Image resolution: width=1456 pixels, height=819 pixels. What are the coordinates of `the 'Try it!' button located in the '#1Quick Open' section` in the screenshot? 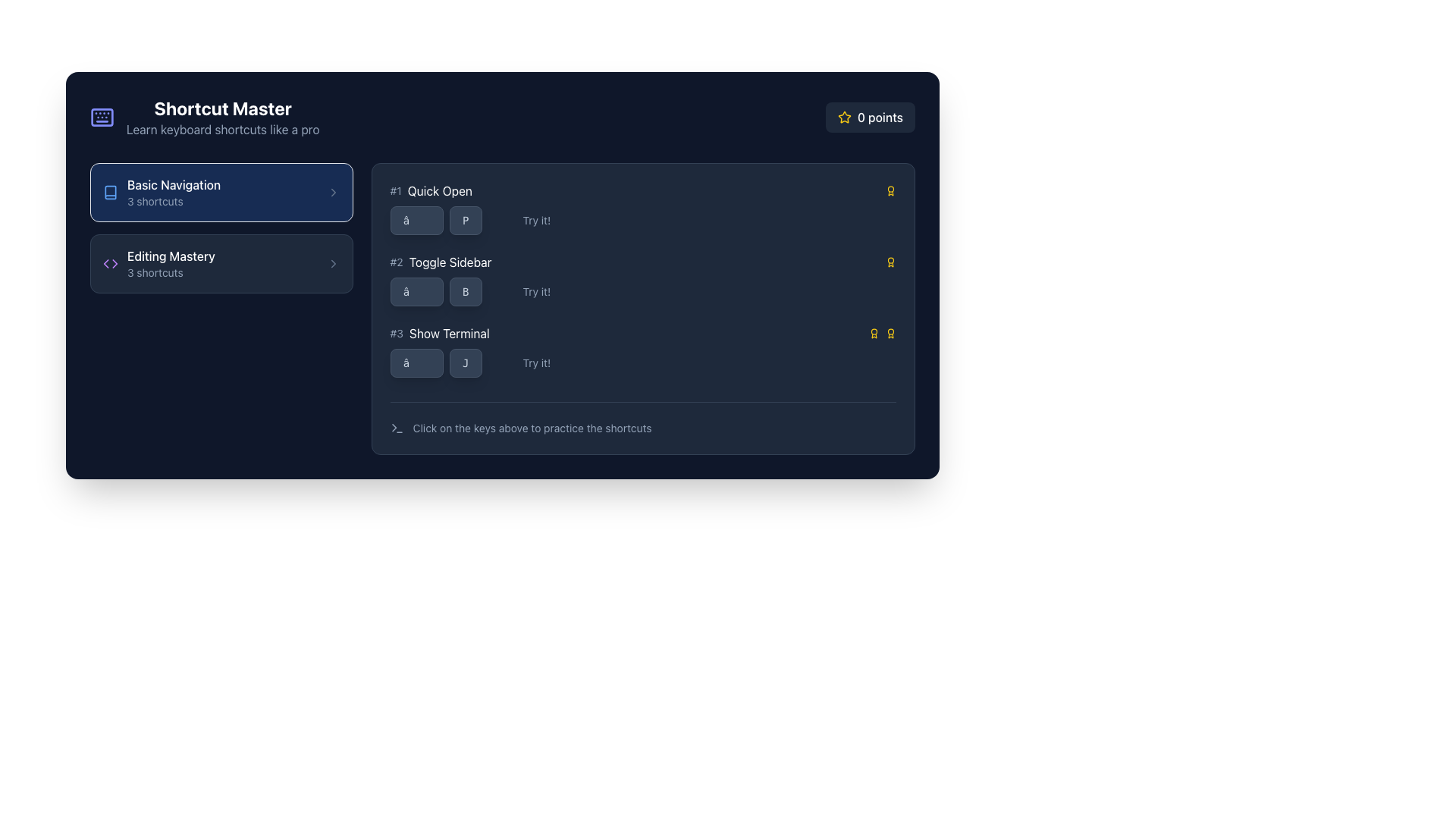 It's located at (643, 220).